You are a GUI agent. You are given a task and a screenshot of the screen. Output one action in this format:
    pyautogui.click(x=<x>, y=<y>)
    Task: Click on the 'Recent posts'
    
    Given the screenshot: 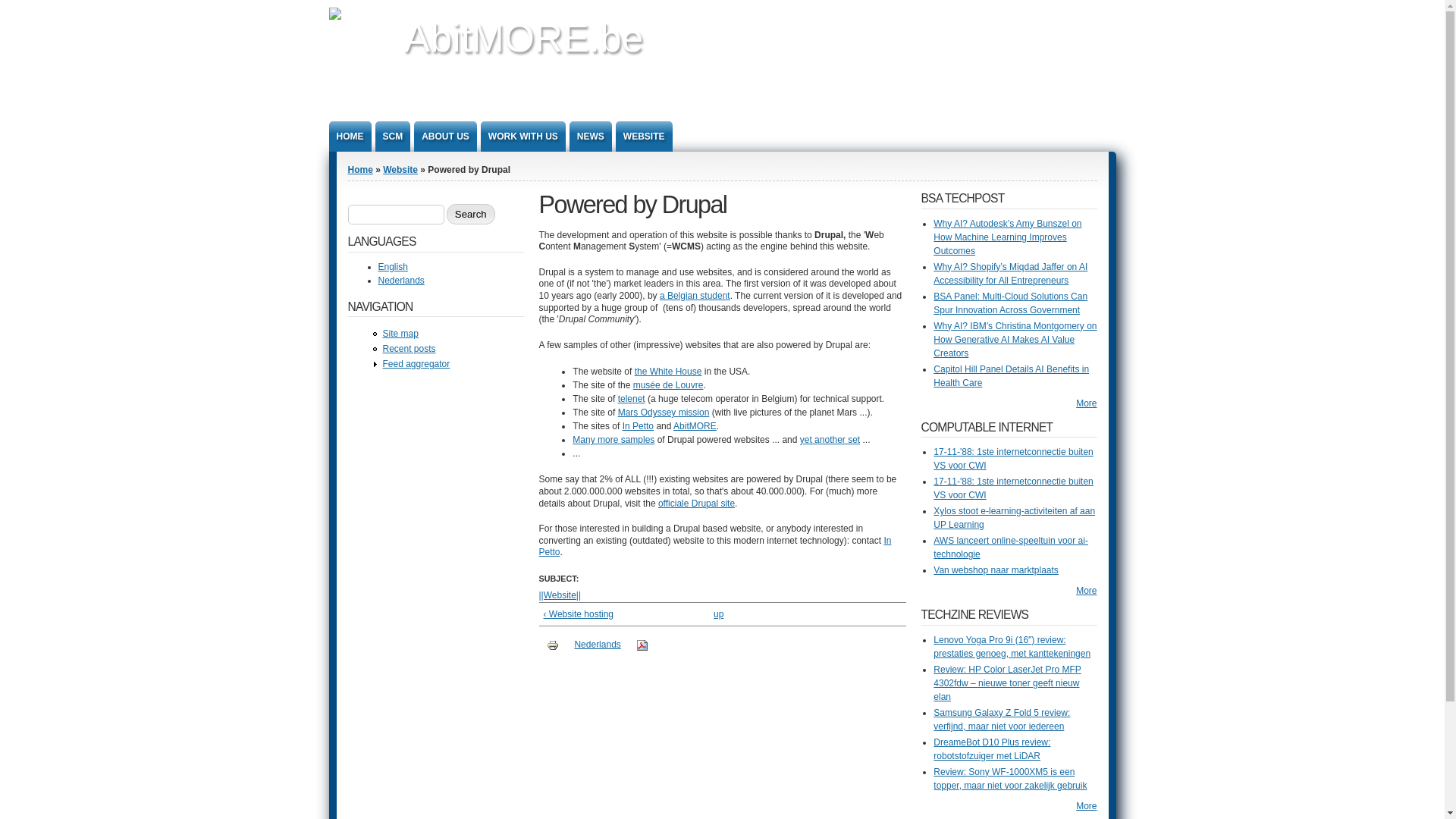 What is the action you would take?
    pyautogui.click(x=408, y=348)
    